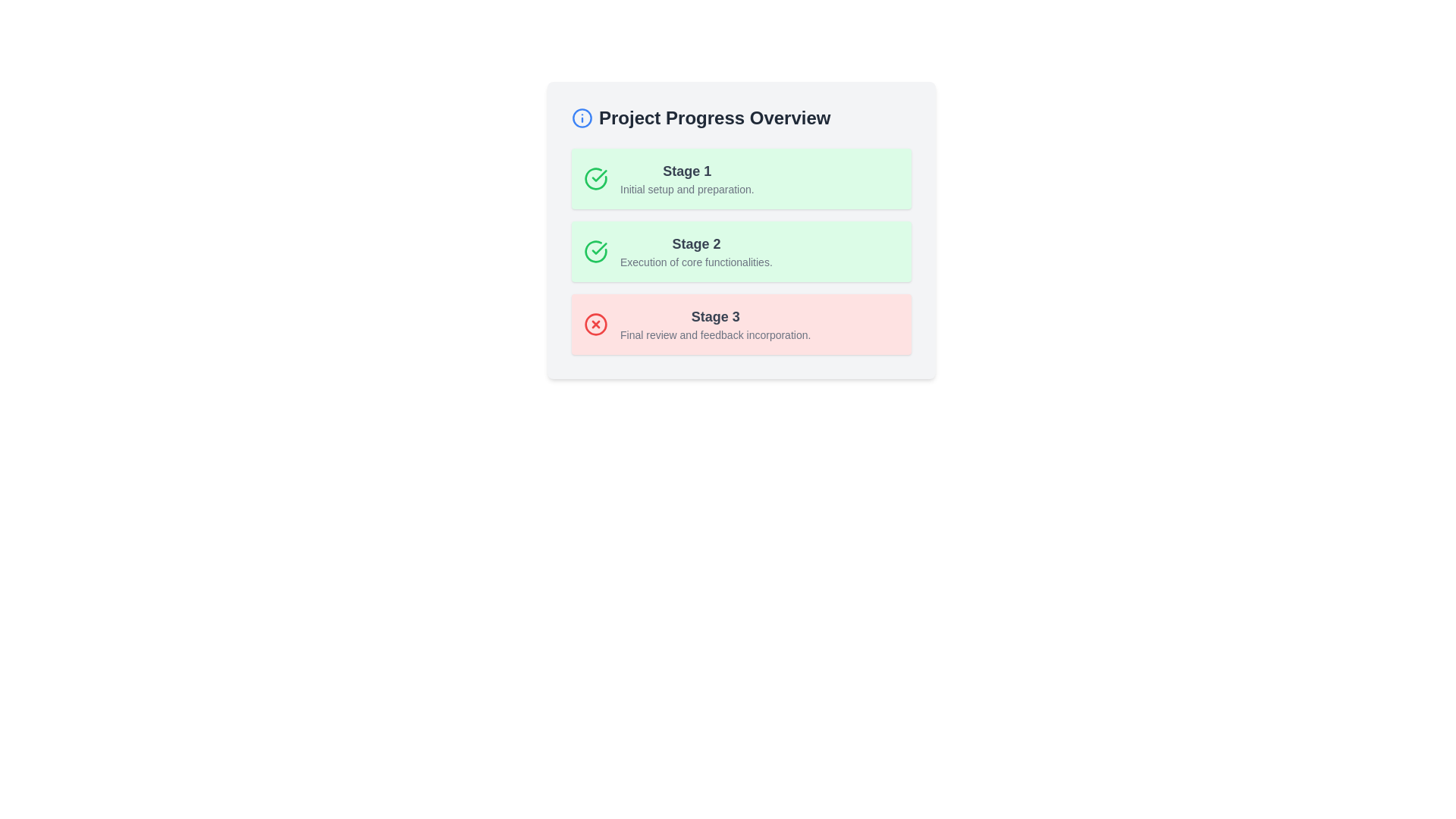 The width and height of the screenshot is (1456, 819). I want to click on the information icon, which is a circular design with a blue outline and a white background featuring a centered 'i' symbol, so click(582, 117).